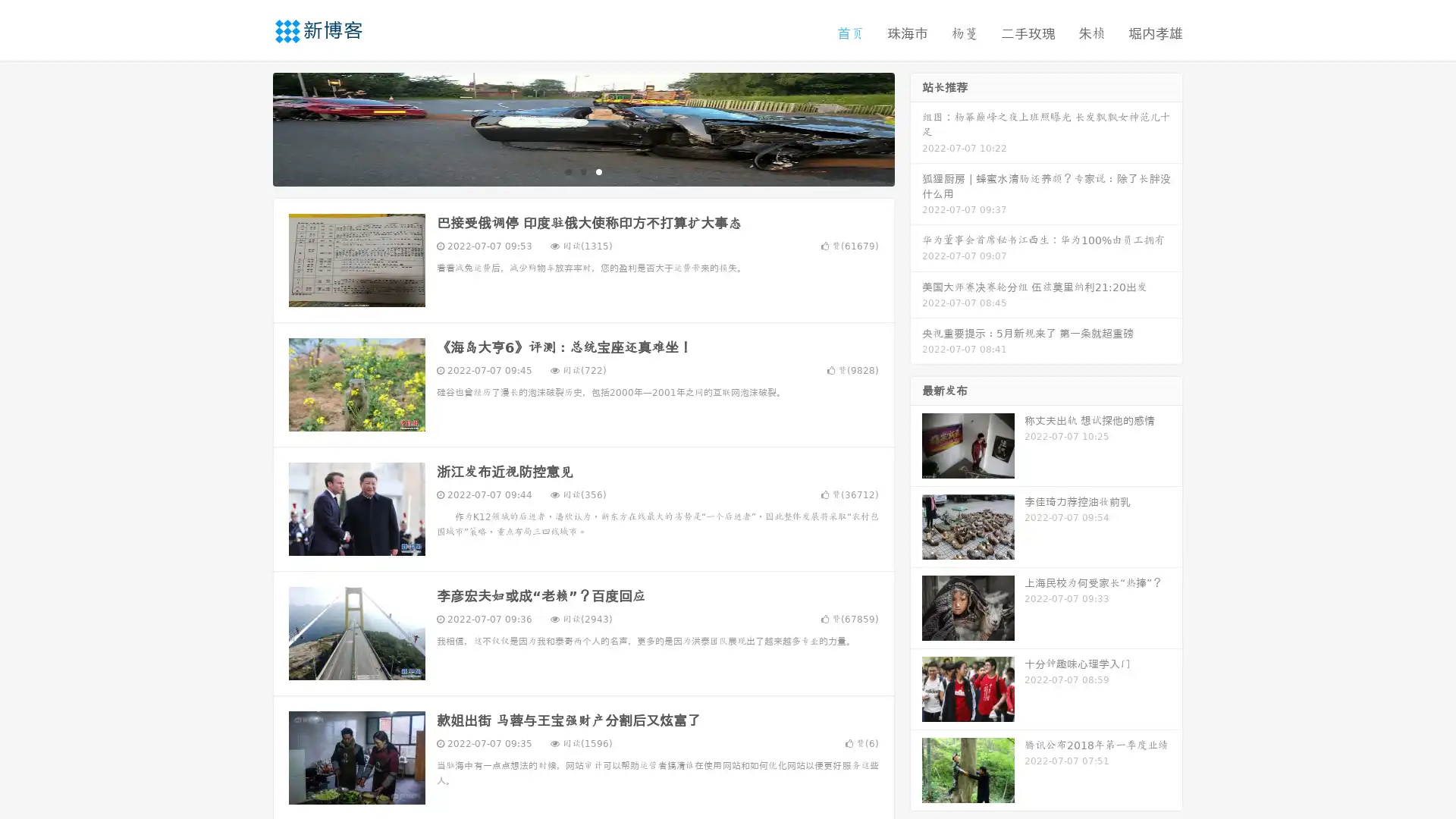  I want to click on Go to slide 2, so click(582, 171).